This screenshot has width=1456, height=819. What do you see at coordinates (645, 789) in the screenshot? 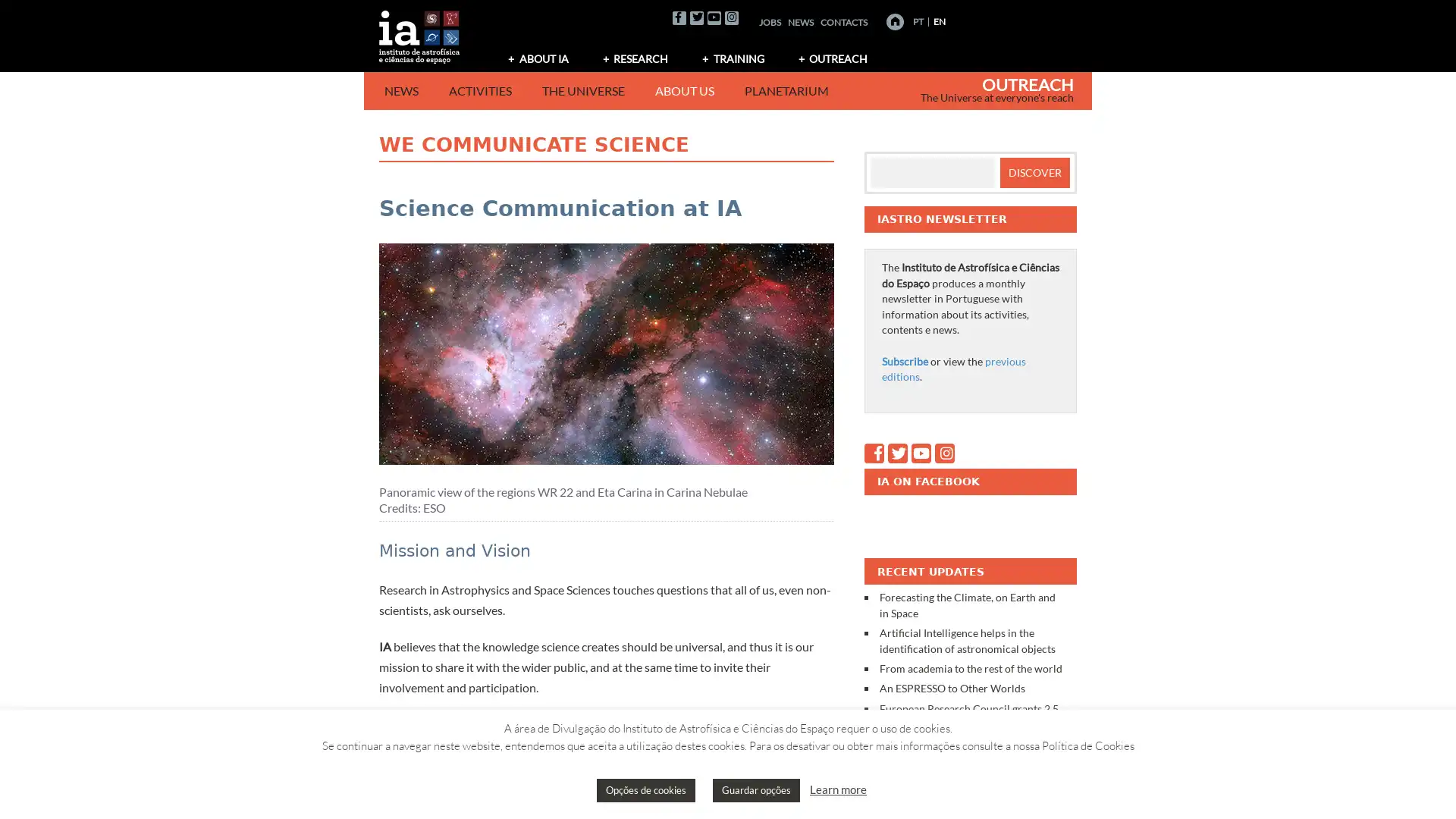
I see `Opcoes de cookies` at bounding box center [645, 789].